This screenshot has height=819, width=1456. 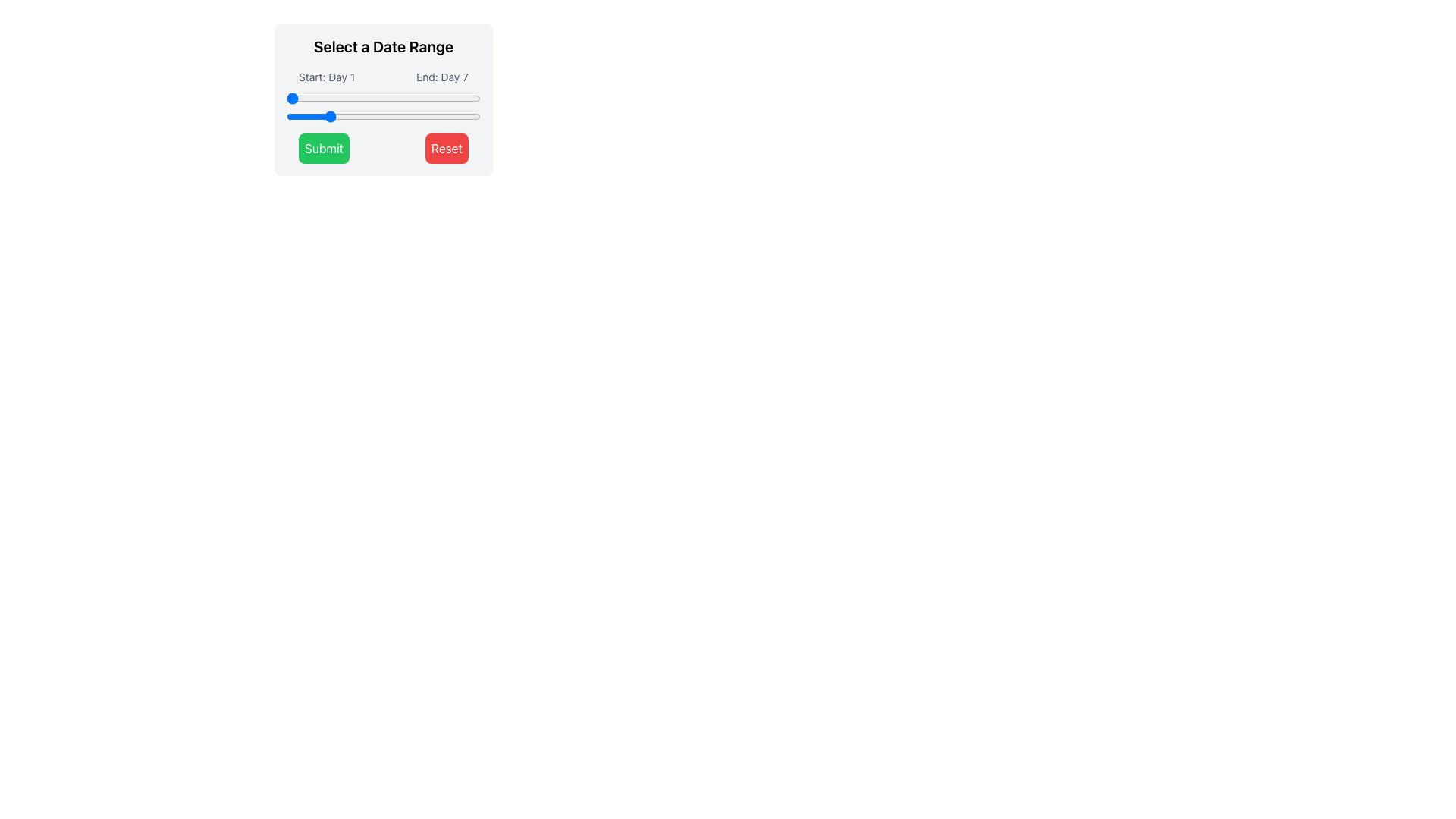 What do you see at coordinates (400, 99) in the screenshot?
I see `the slider` at bounding box center [400, 99].